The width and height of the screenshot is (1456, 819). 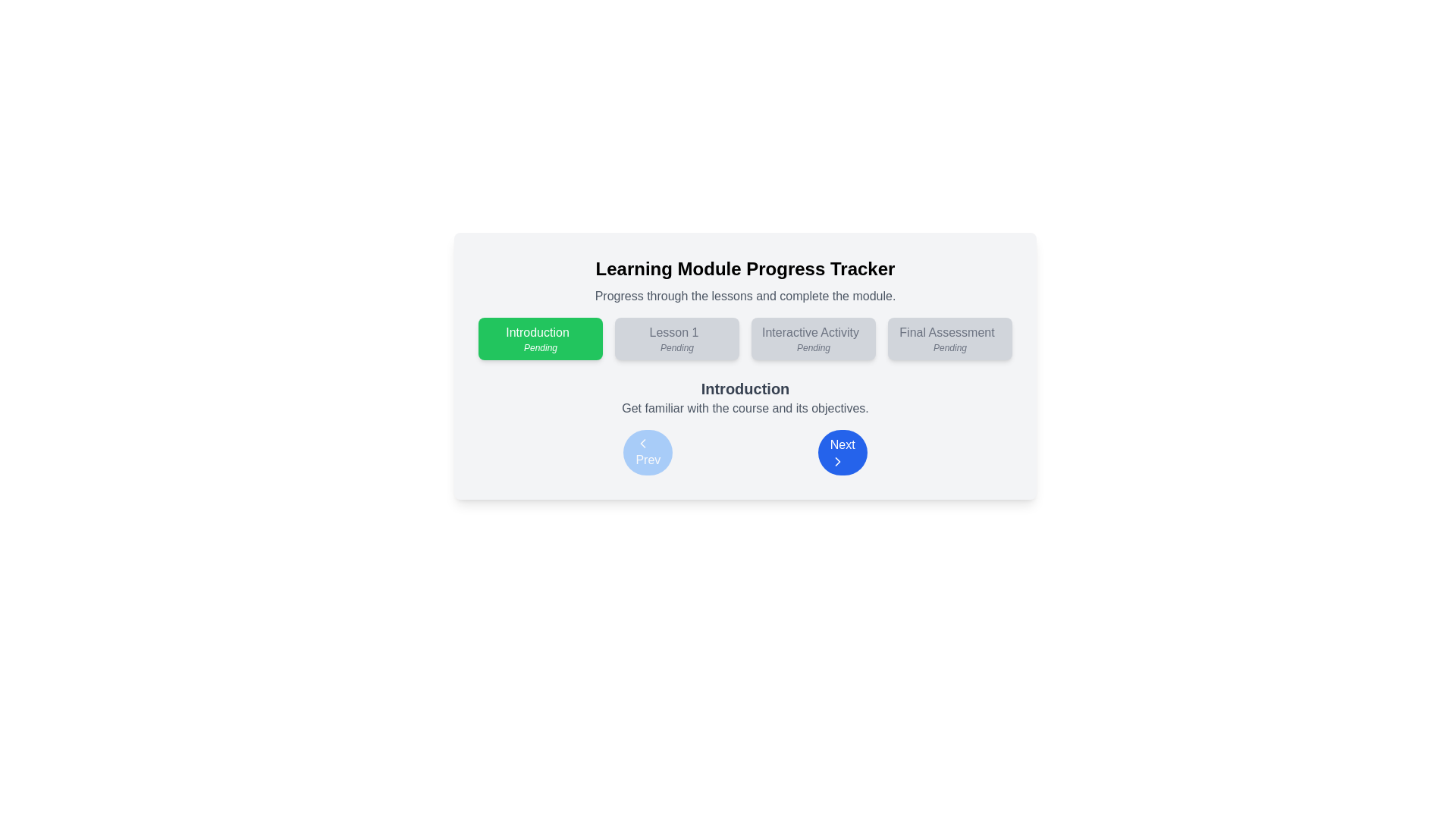 What do you see at coordinates (949, 332) in the screenshot?
I see `the text label that contains the text 'Final Assessment', styled in a plain gray sans-serif font, located within a navigation component on the right side of the horizontal navigation line` at bounding box center [949, 332].